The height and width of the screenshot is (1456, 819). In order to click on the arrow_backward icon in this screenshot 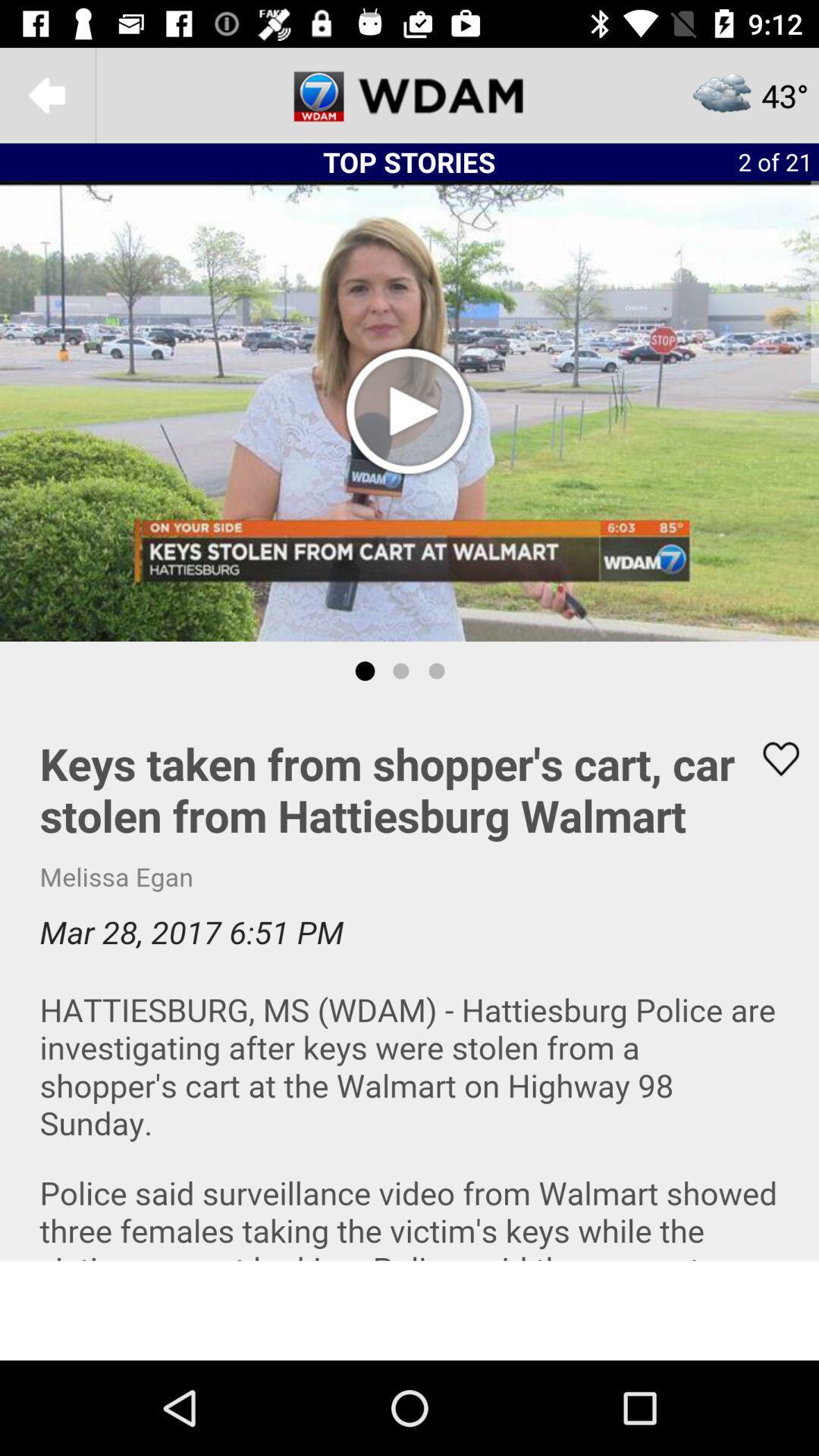, I will do `click(46, 94)`.